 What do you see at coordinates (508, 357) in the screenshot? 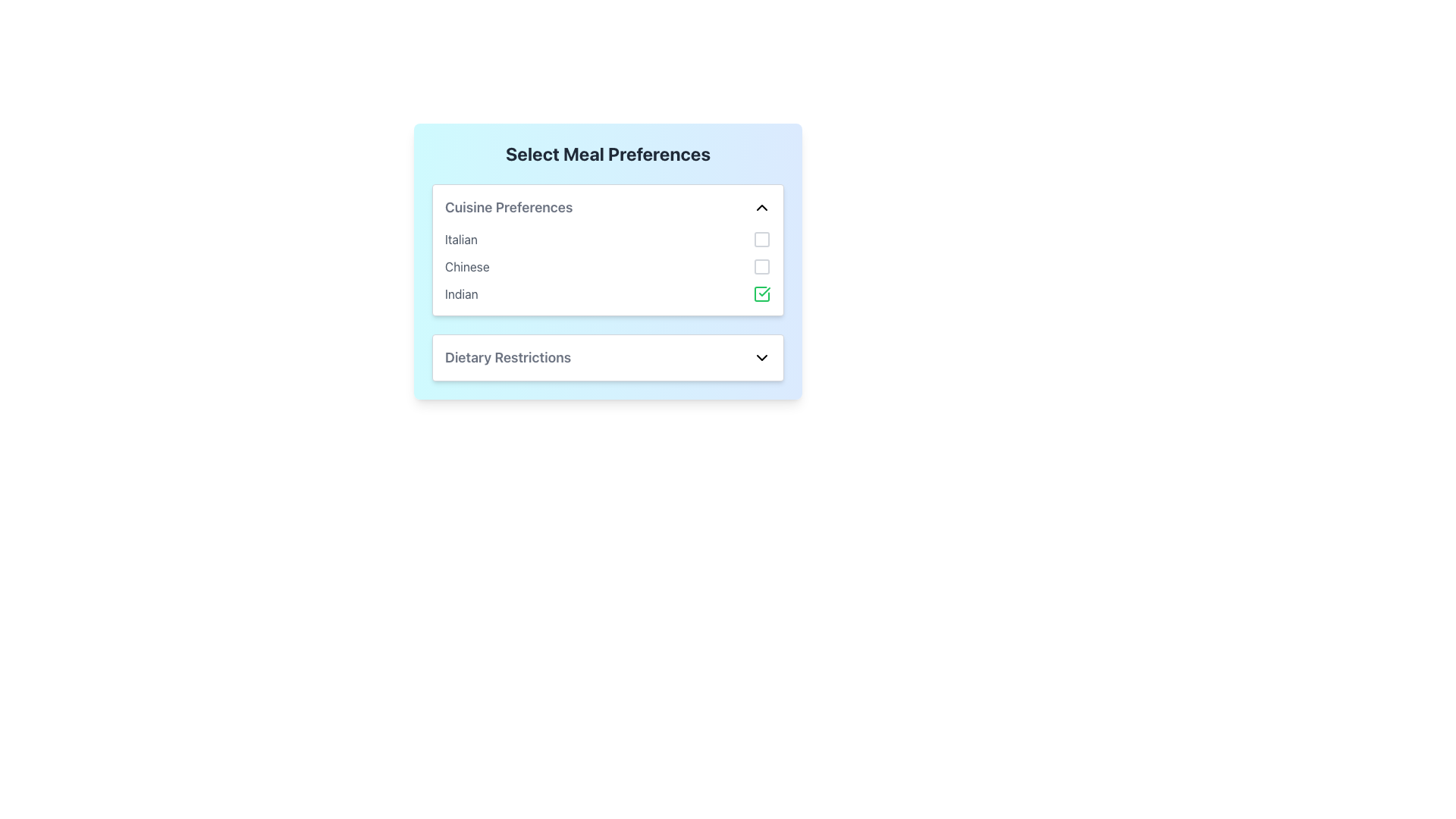
I see `the Text Label that describes dietary restrictions, located within the 'Select Meal Preferences' panel, positioned to the left of the dropdown caret icon` at bounding box center [508, 357].